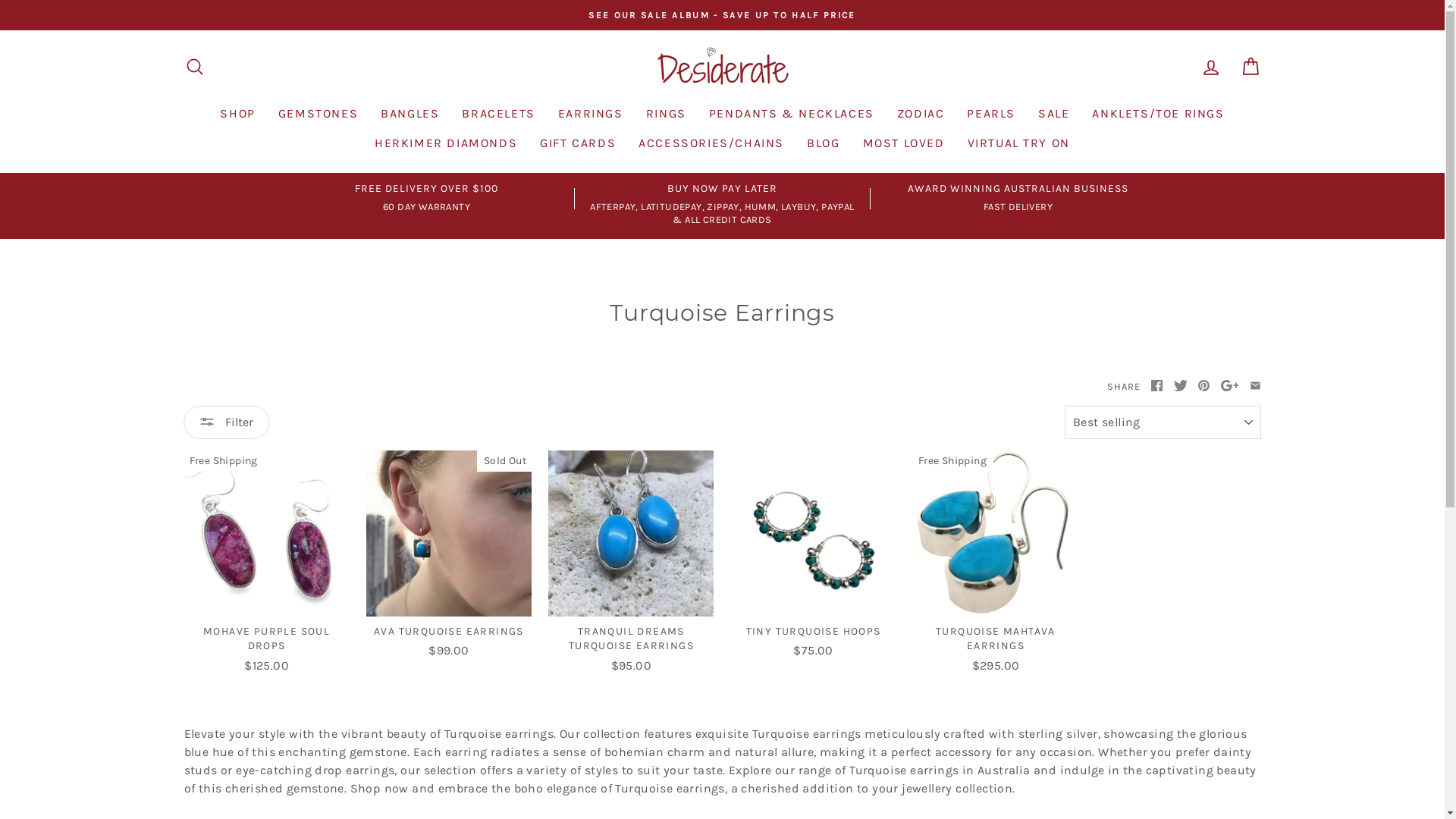 The height and width of the screenshot is (819, 1456). I want to click on 'PENDANTS & NECKLACES', so click(790, 112).